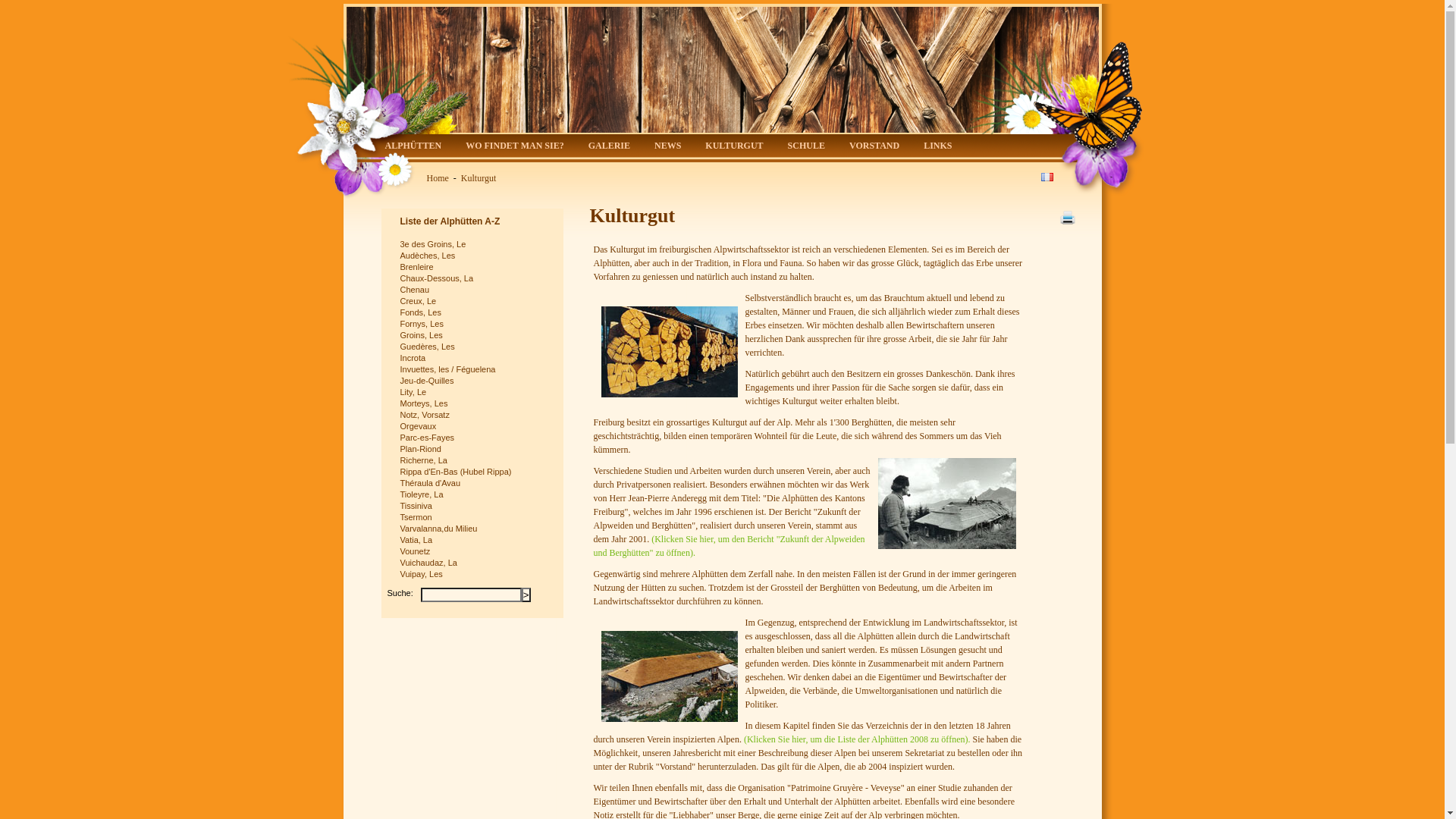 This screenshot has width=1456, height=819. I want to click on 'Tissiniva', so click(473, 506).